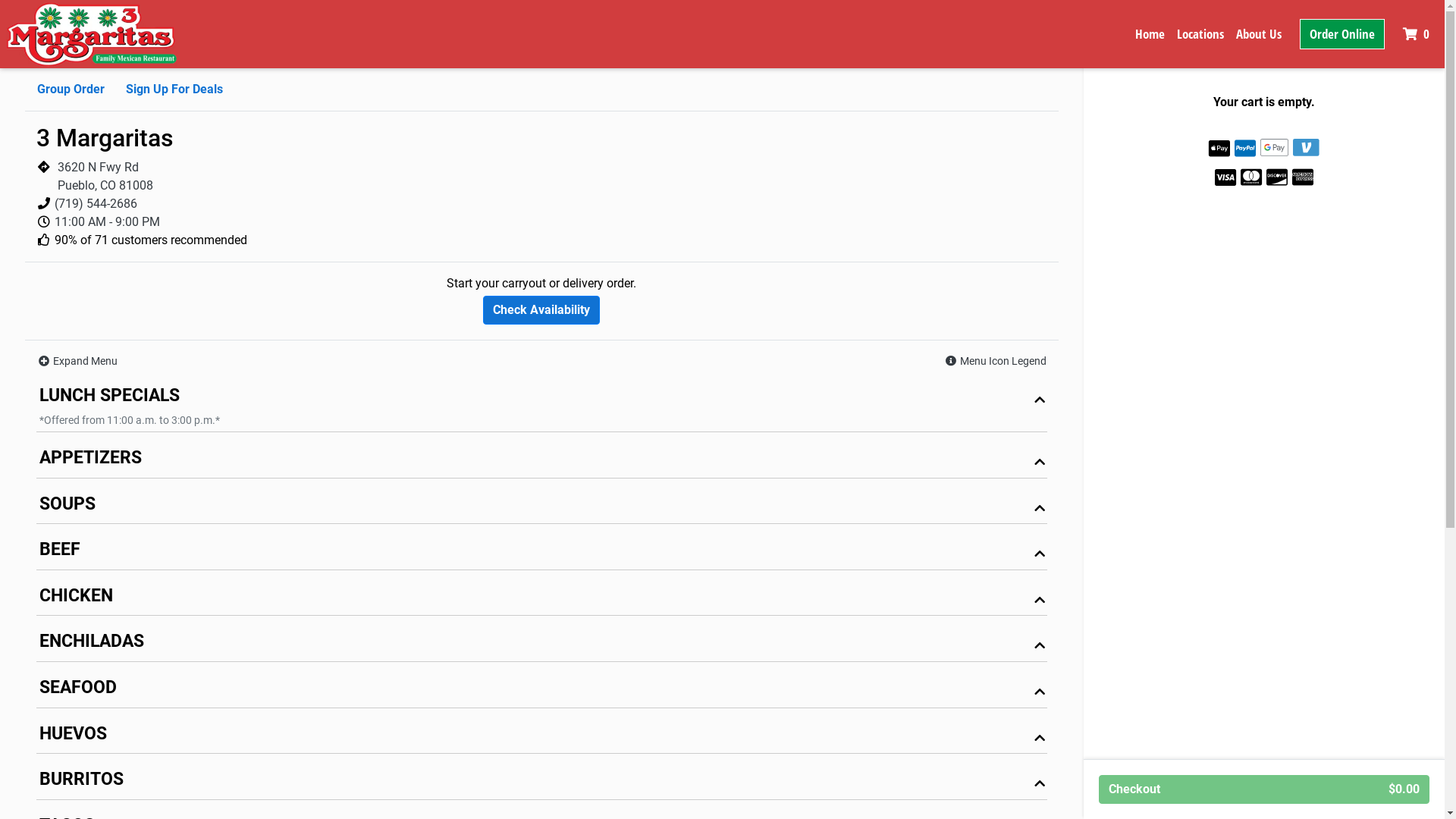  I want to click on 'Expand Menu', so click(76, 361).